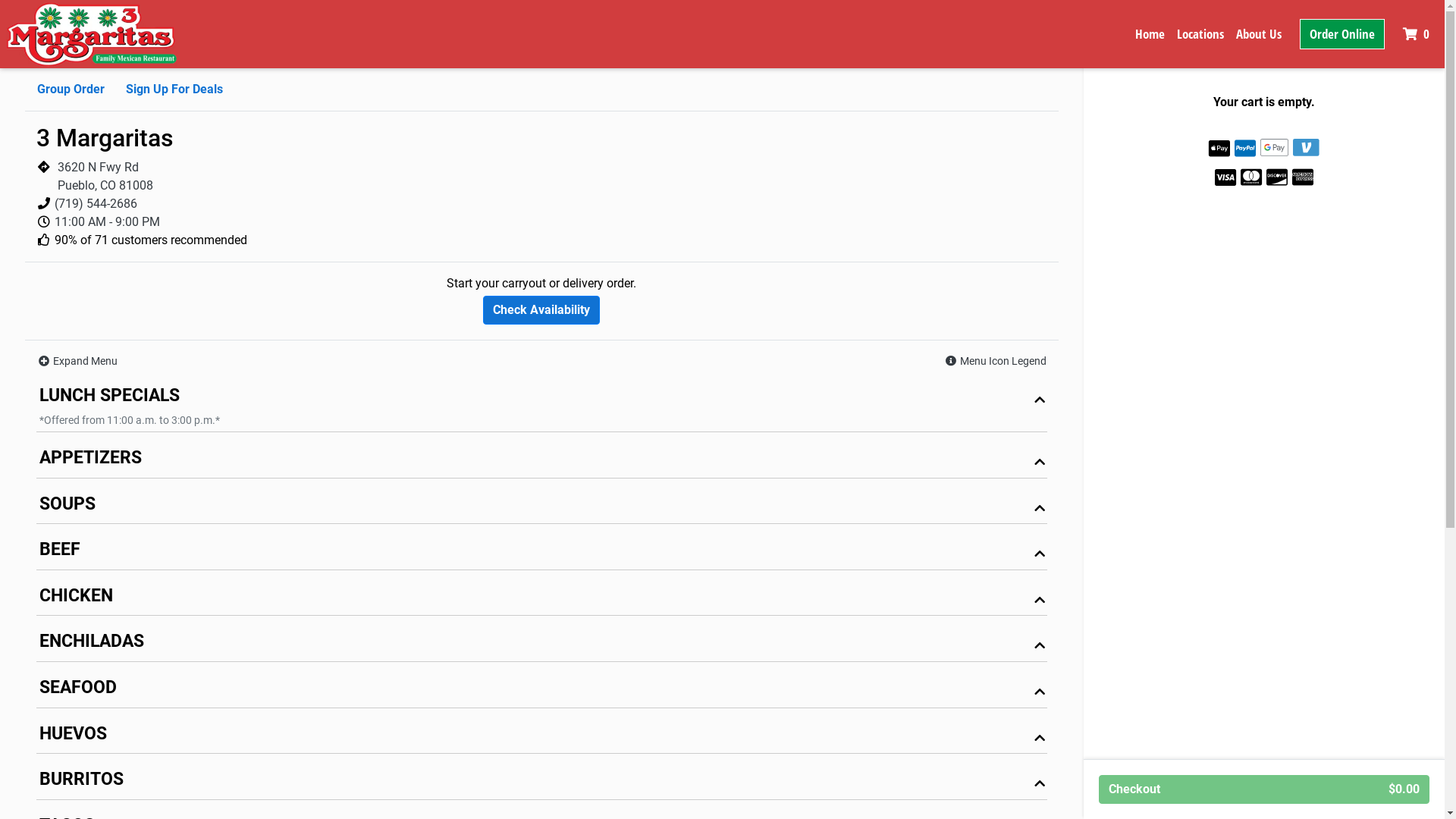  I want to click on 'Expand Menu', so click(76, 361).